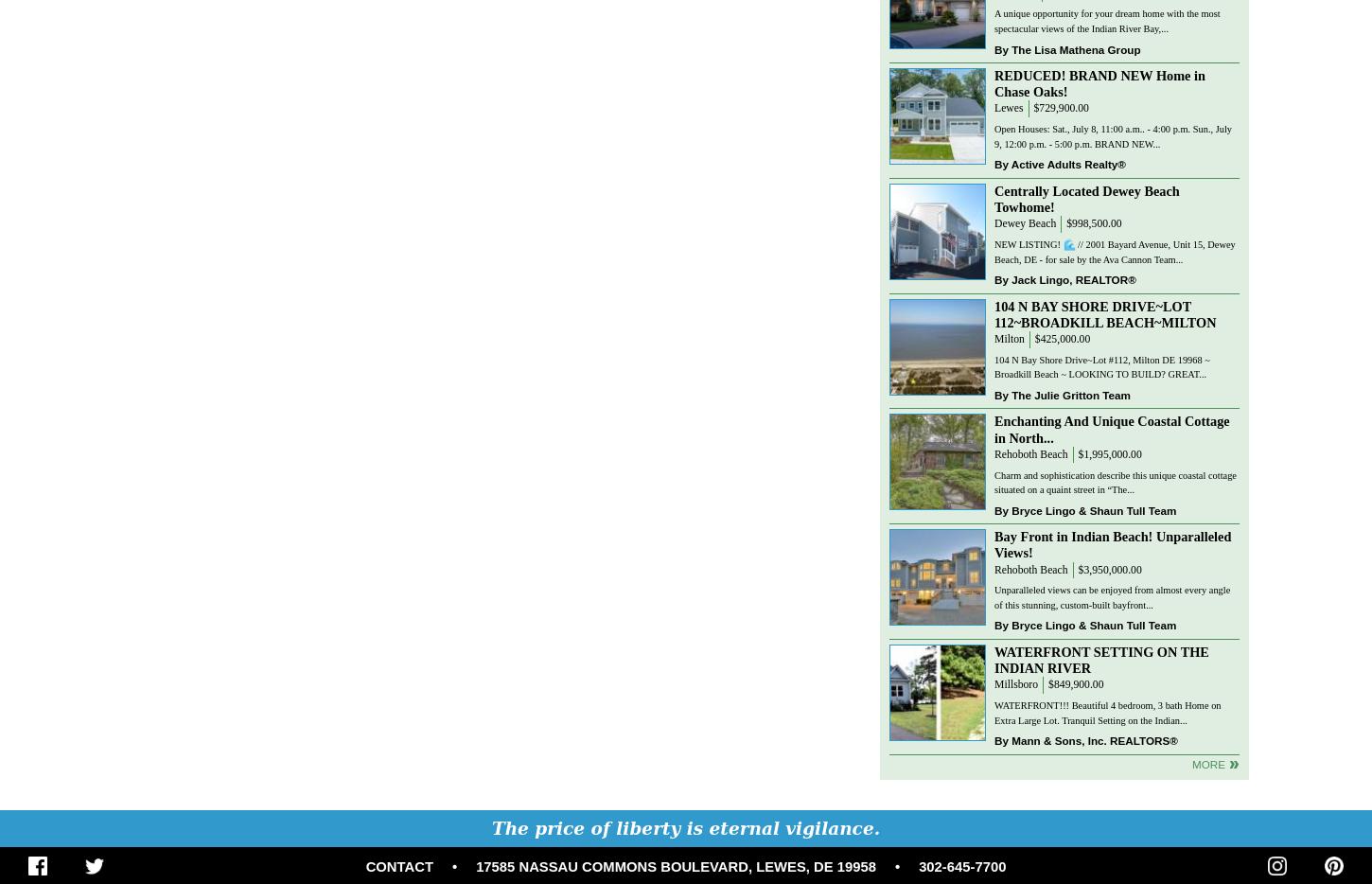  Describe the element at coordinates (1063, 107) in the screenshot. I see `'729,900.00'` at that location.